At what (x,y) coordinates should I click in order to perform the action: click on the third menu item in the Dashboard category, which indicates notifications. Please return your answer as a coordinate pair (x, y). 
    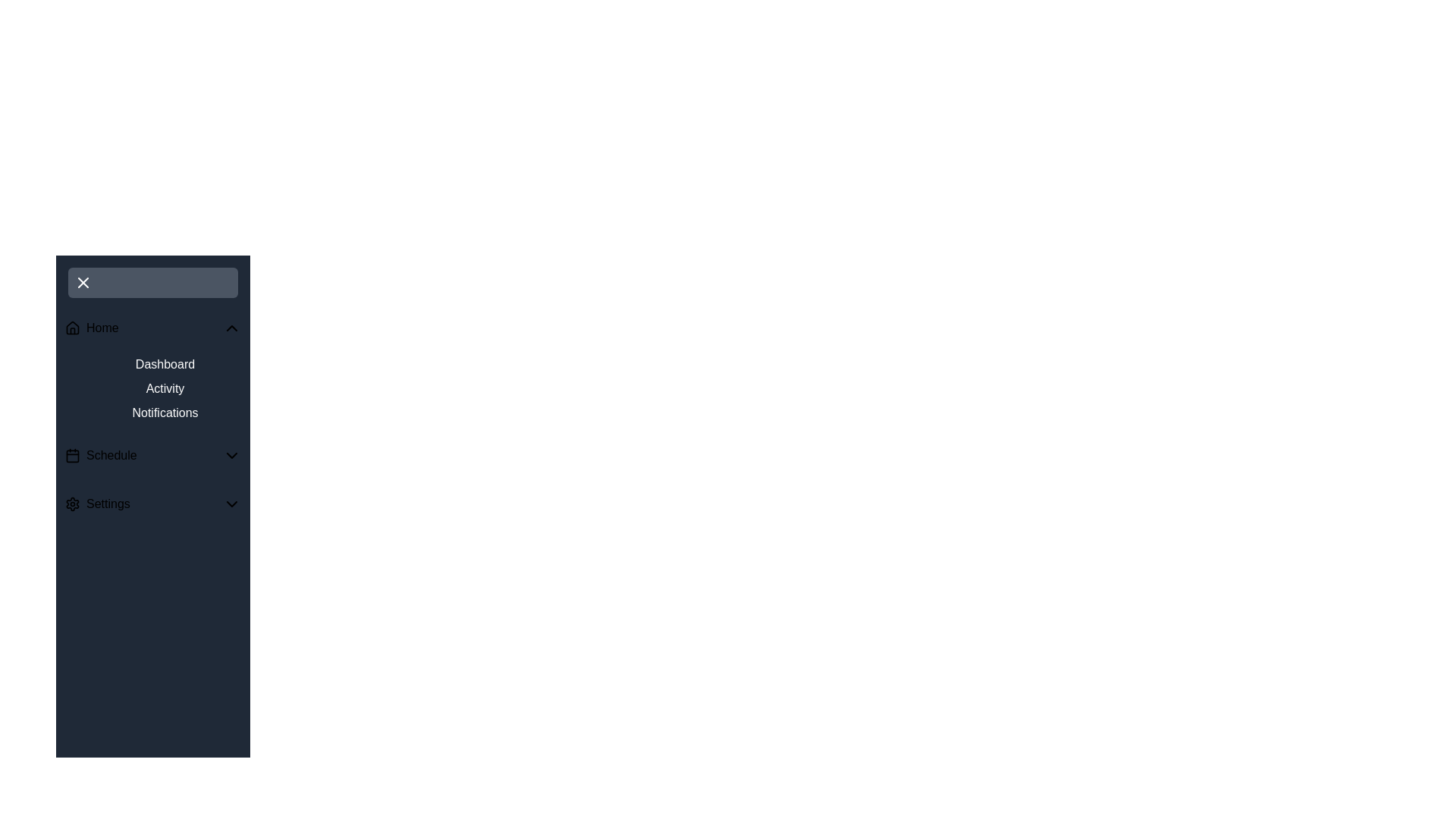
    Looking at the image, I should click on (165, 413).